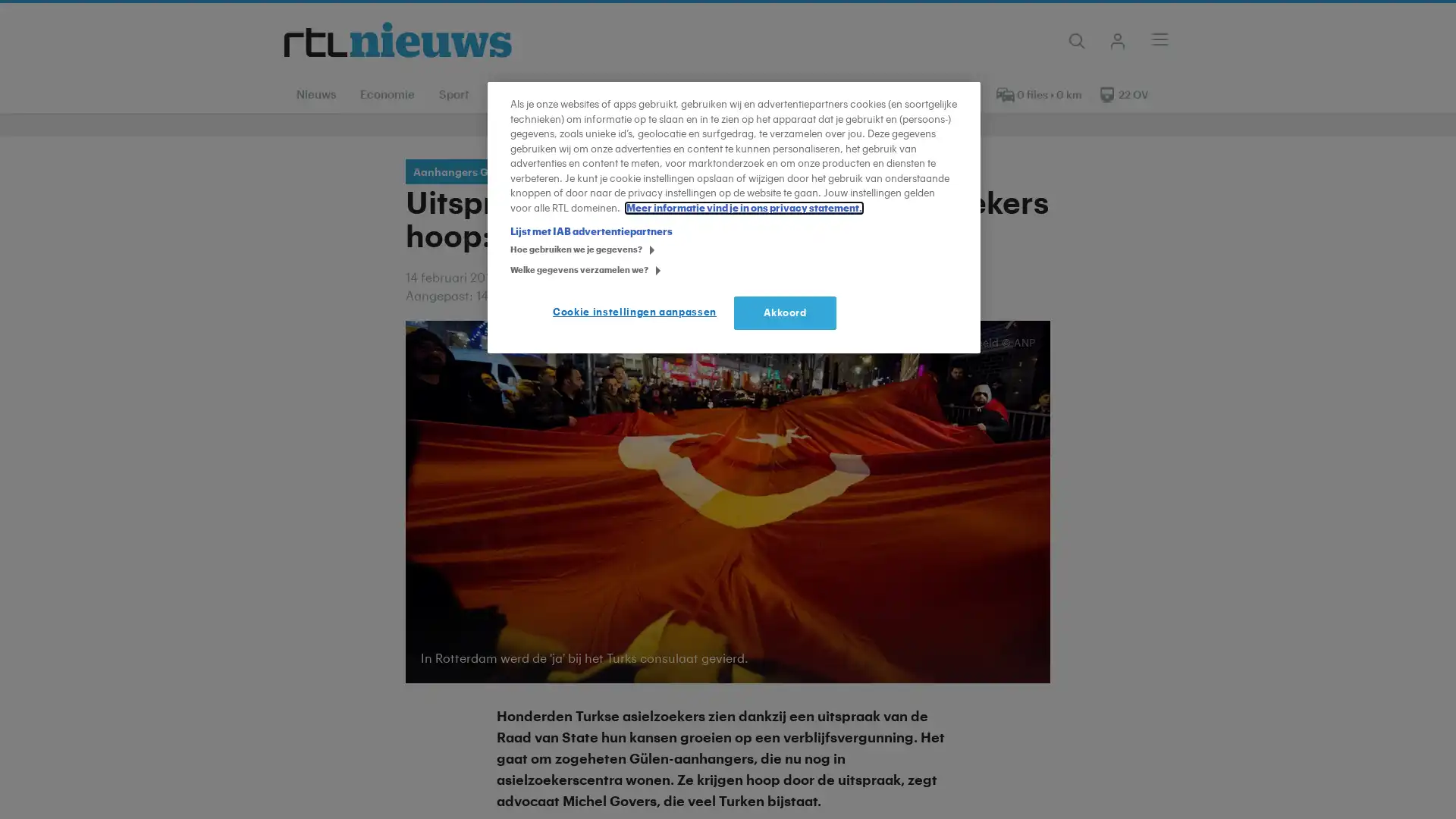 This screenshot has width=1456, height=819. What do you see at coordinates (515, 271) in the screenshot?
I see `Welke gegevens verzamelen we?` at bounding box center [515, 271].